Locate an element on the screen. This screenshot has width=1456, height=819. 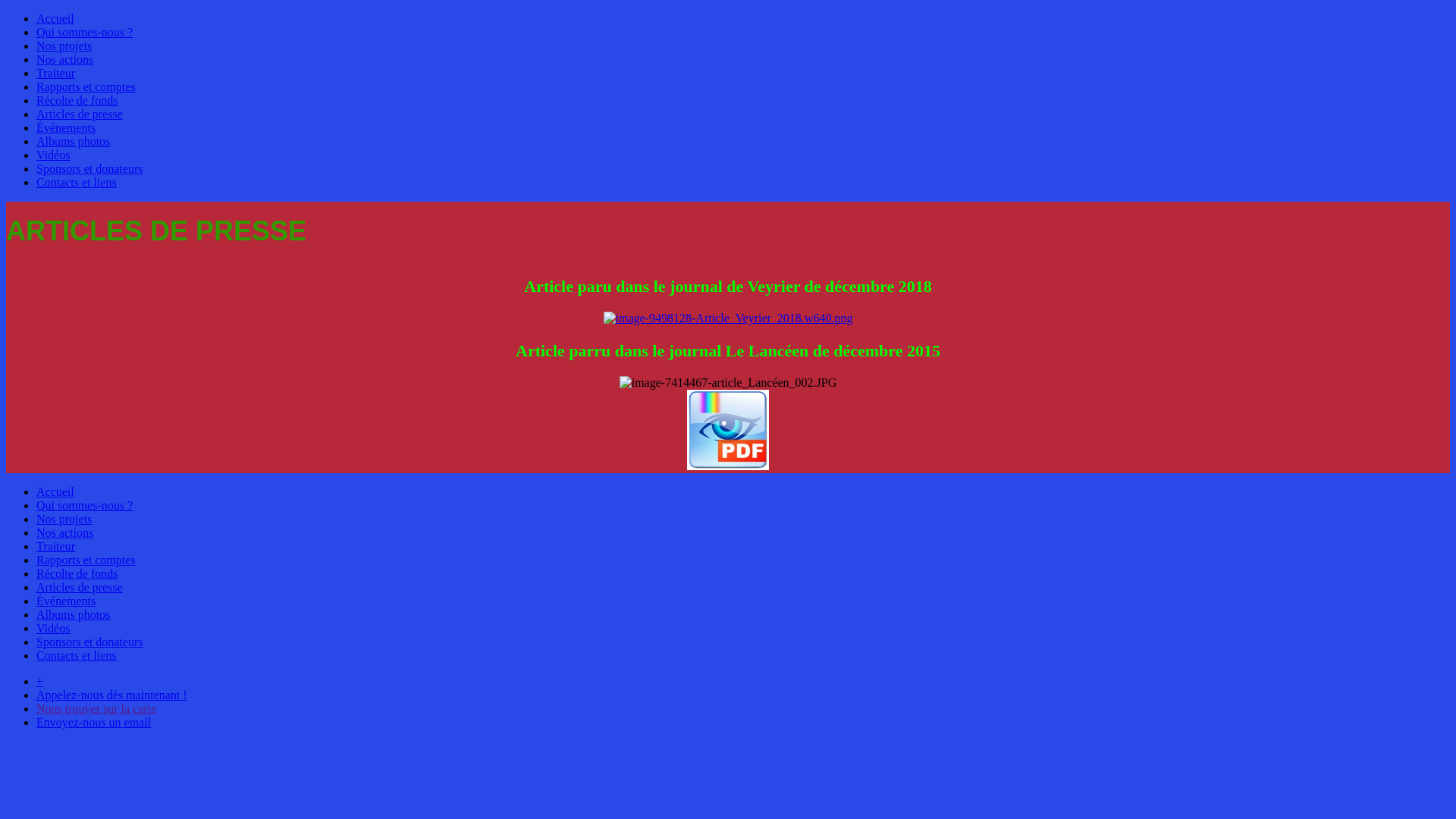
'Nous trouver sur la carte' is located at coordinates (95, 708).